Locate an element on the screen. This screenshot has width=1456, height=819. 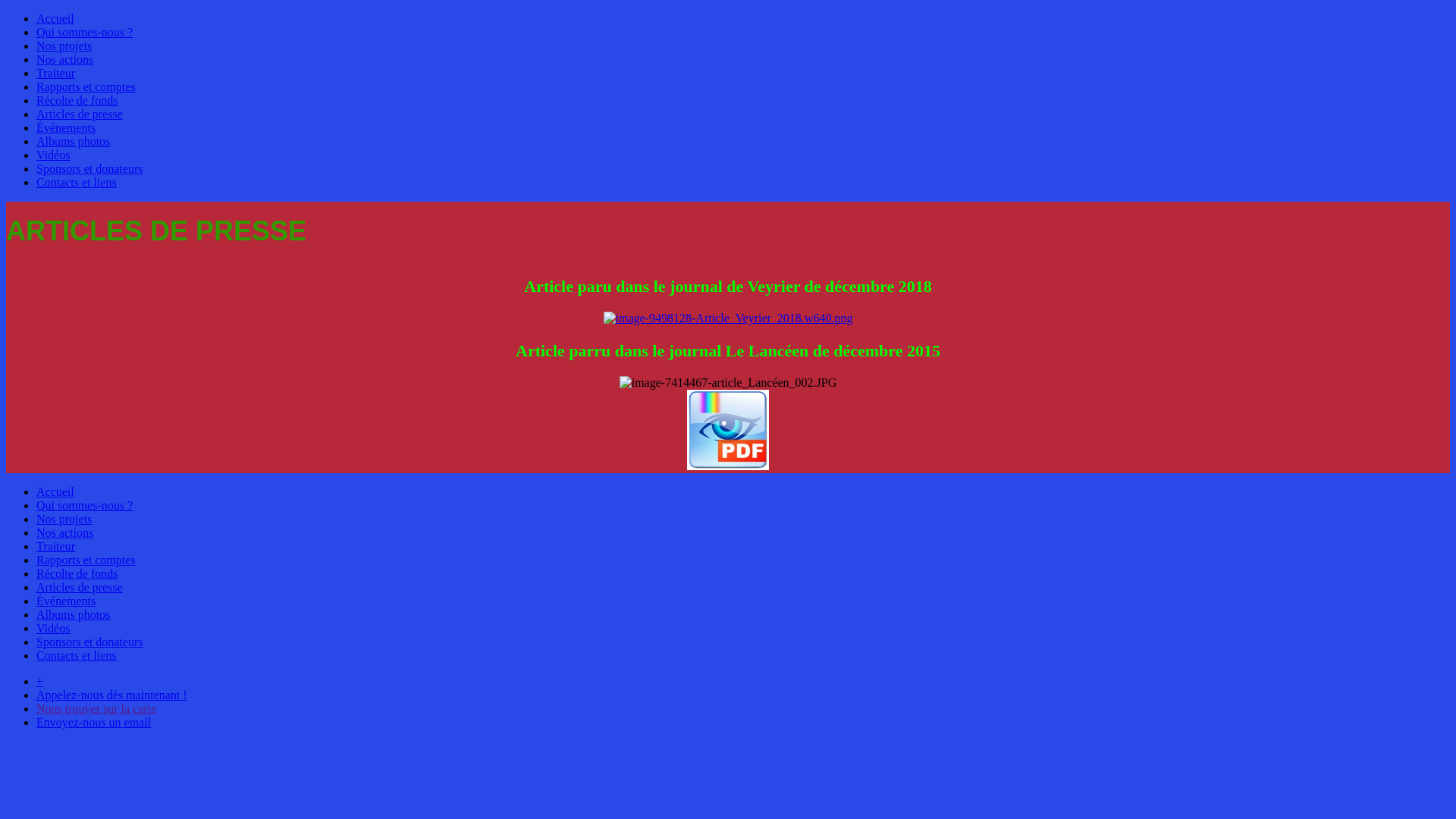
'Nous trouver sur la carte' is located at coordinates (95, 708).